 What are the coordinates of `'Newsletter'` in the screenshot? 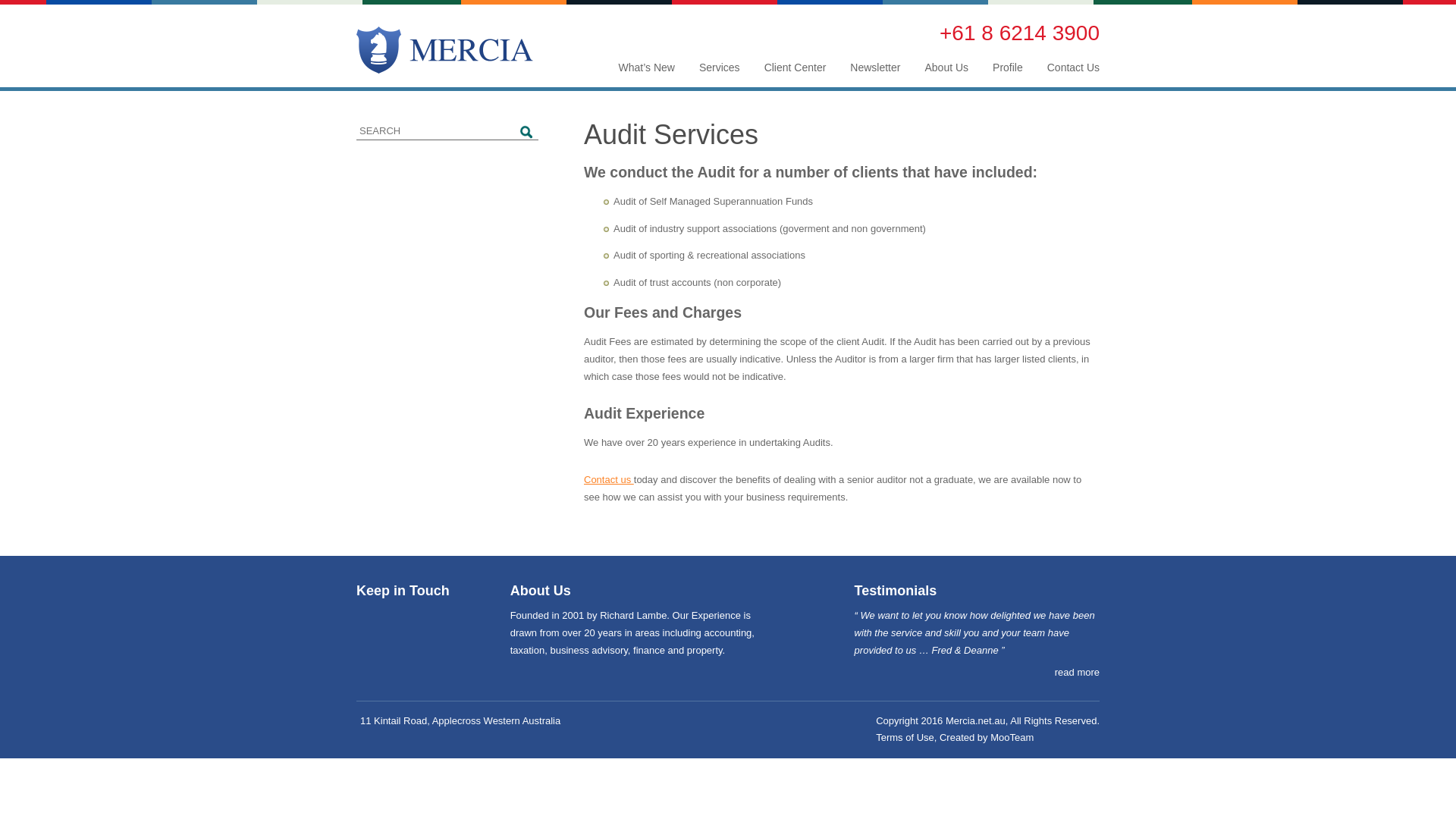 It's located at (874, 66).